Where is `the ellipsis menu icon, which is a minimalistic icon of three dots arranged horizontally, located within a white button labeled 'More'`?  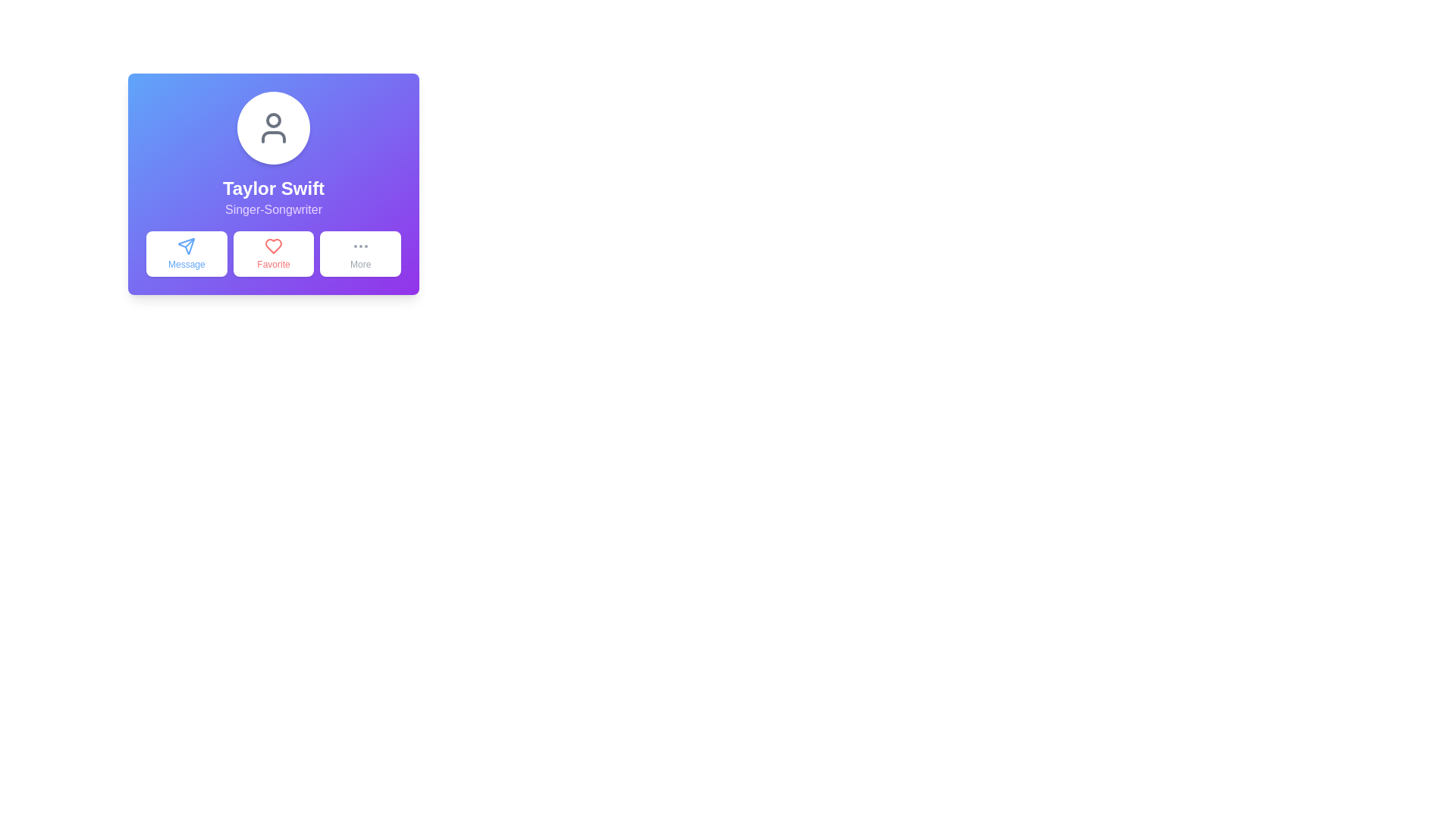
the ellipsis menu icon, which is a minimalistic icon of three dots arranged horizontally, located within a white button labeled 'More' is located at coordinates (359, 245).